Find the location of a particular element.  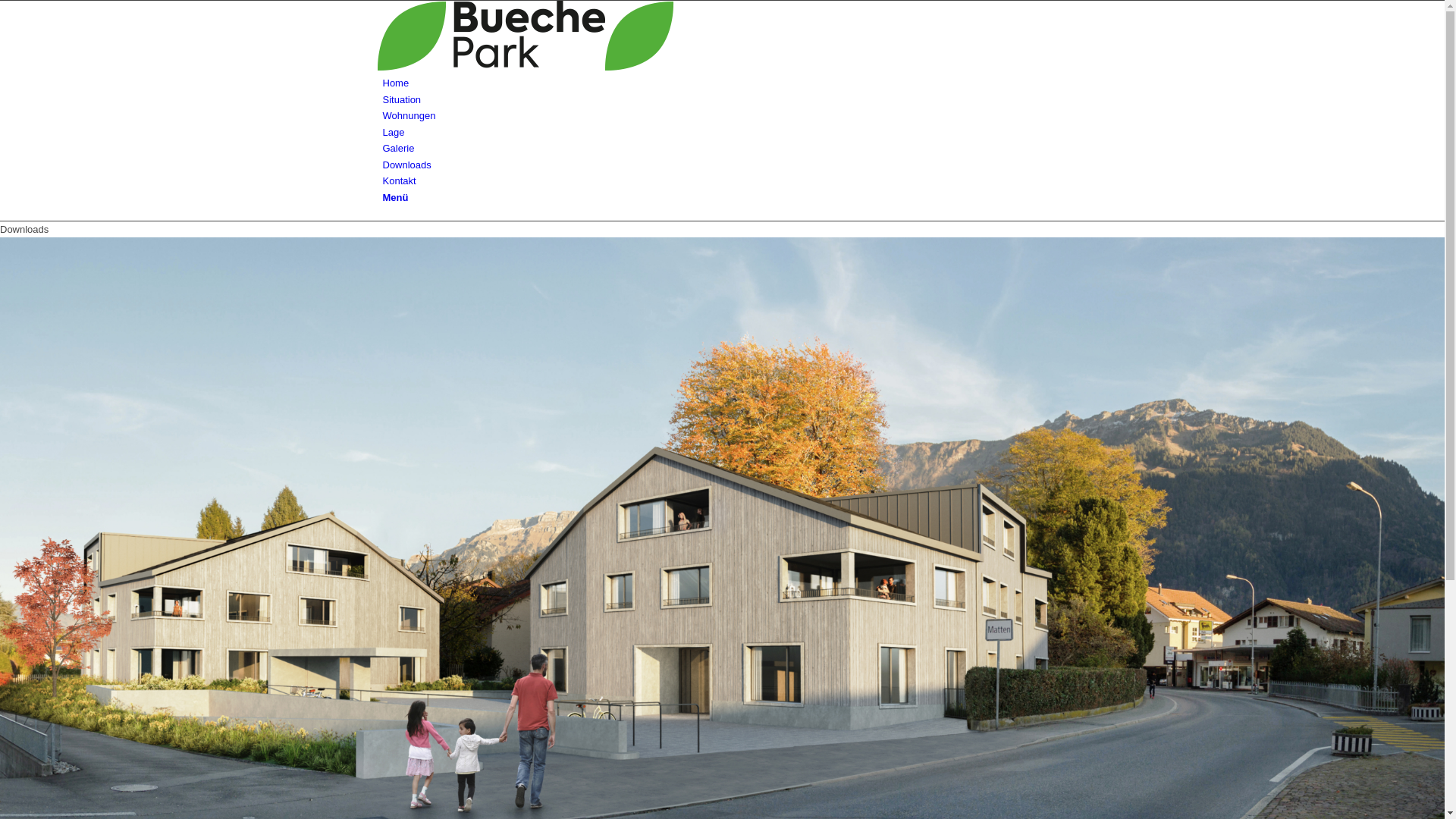

'Wohnungen' is located at coordinates (408, 115).